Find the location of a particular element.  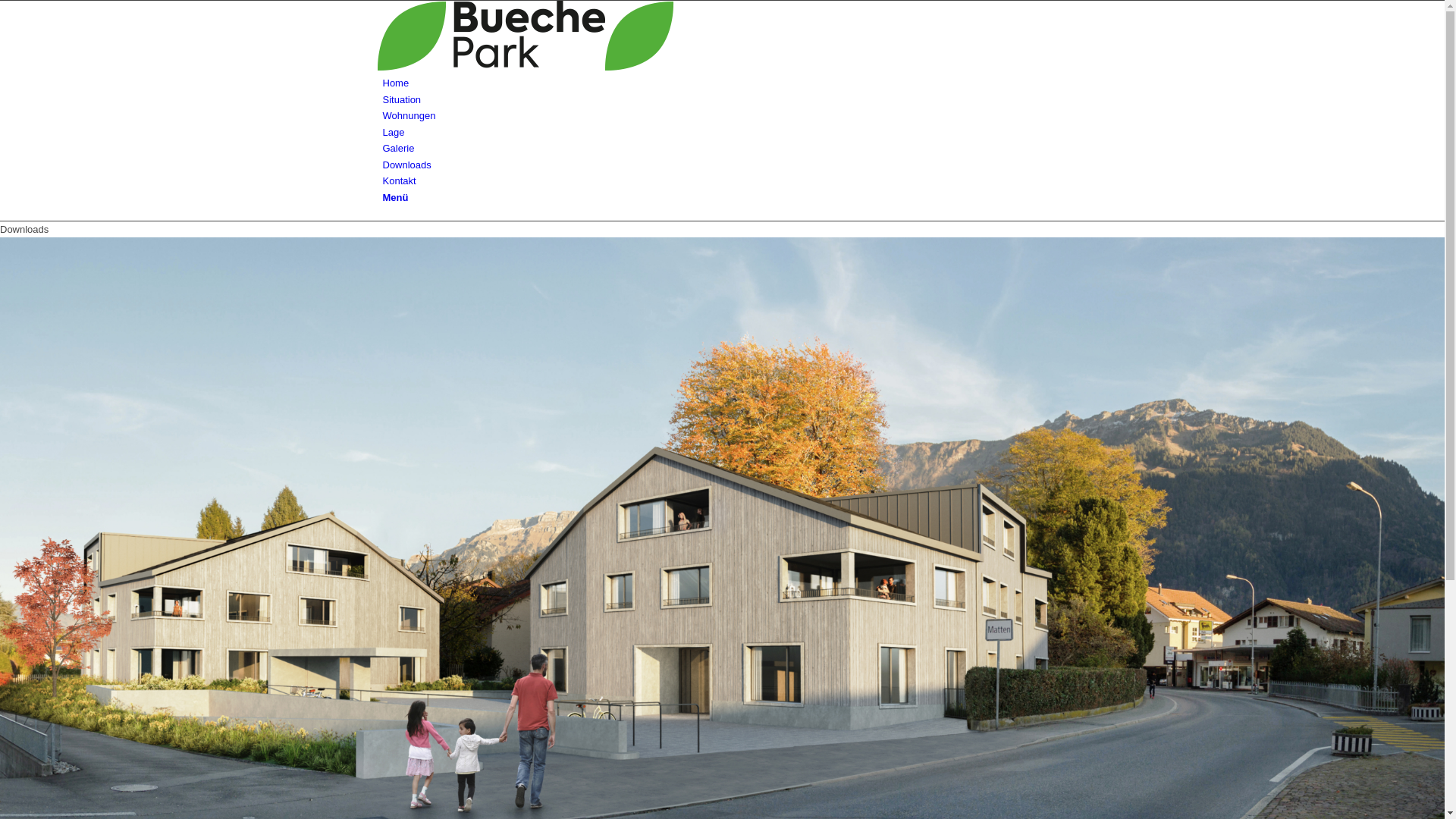

'Wohnungen' is located at coordinates (408, 115).